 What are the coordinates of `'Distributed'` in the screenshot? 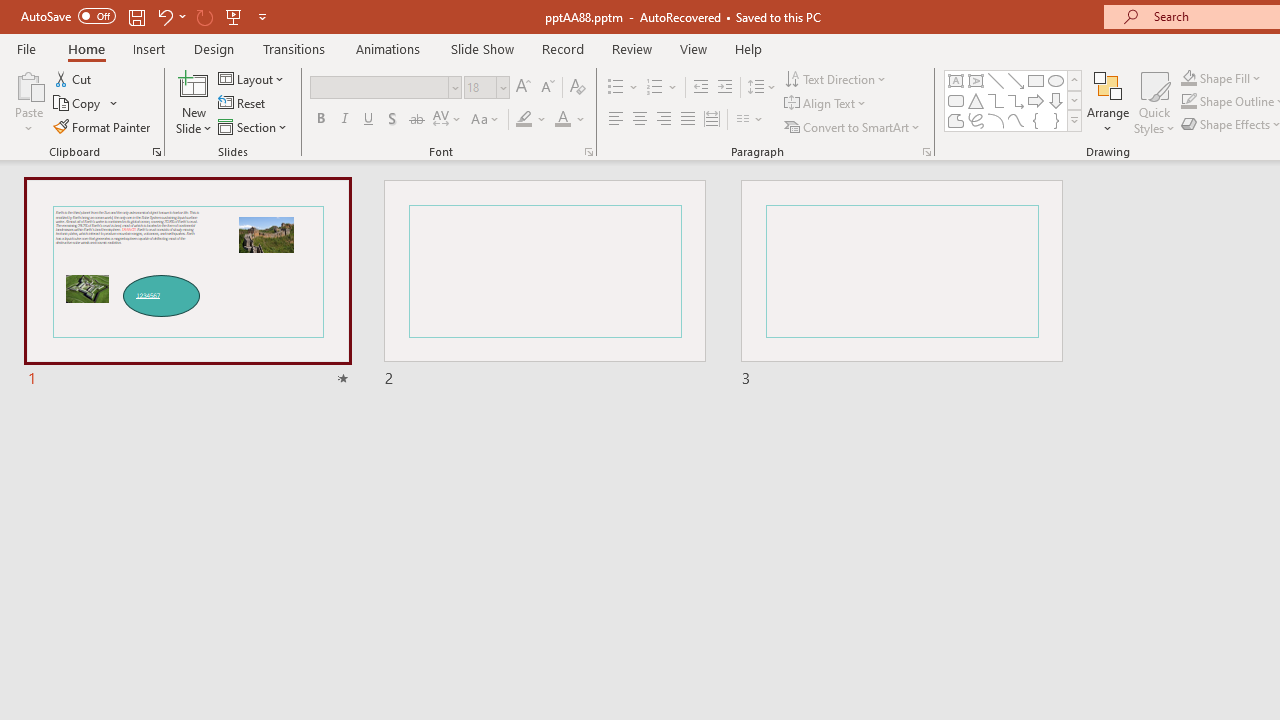 It's located at (712, 119).